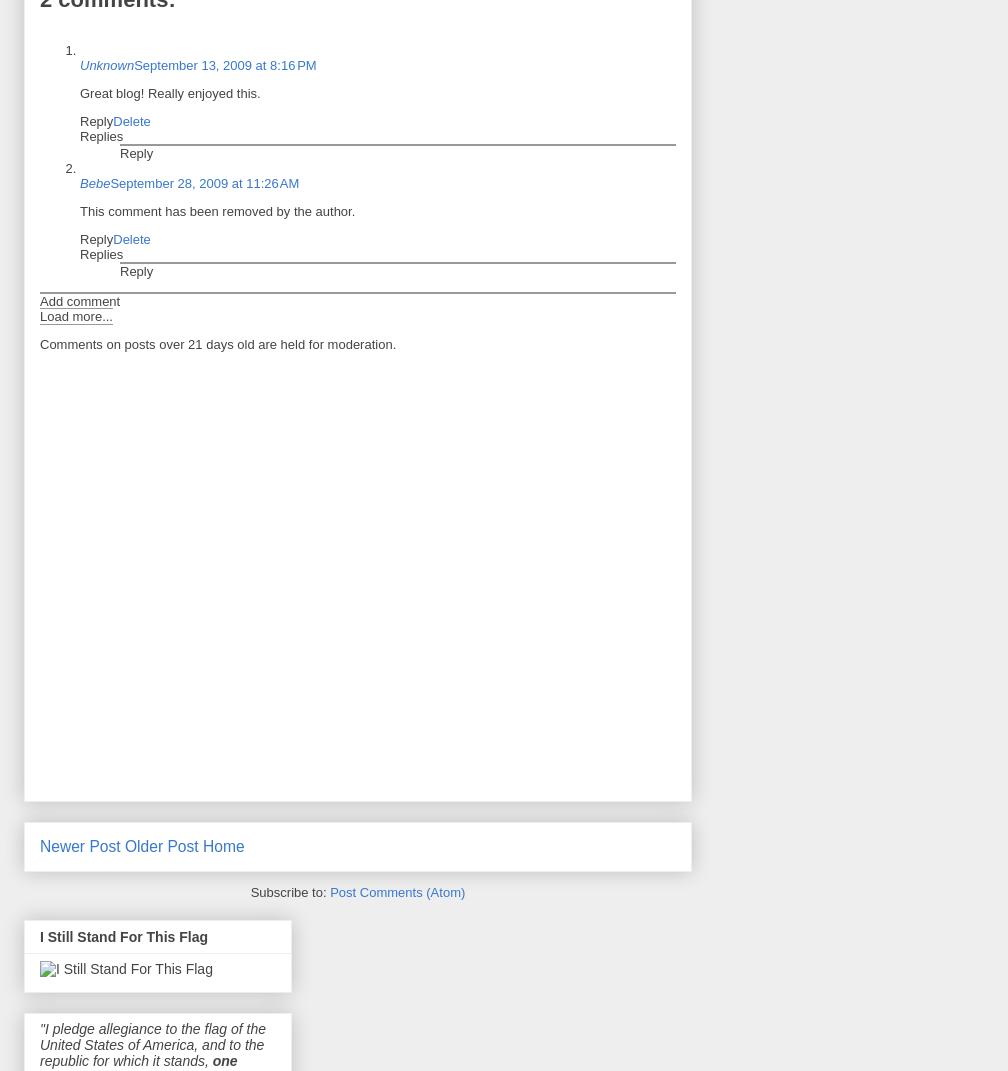 This screenshot has width=1008, height=1071. I want to click on 'Great blog! Really enjoyed this.', so click(170, 92).